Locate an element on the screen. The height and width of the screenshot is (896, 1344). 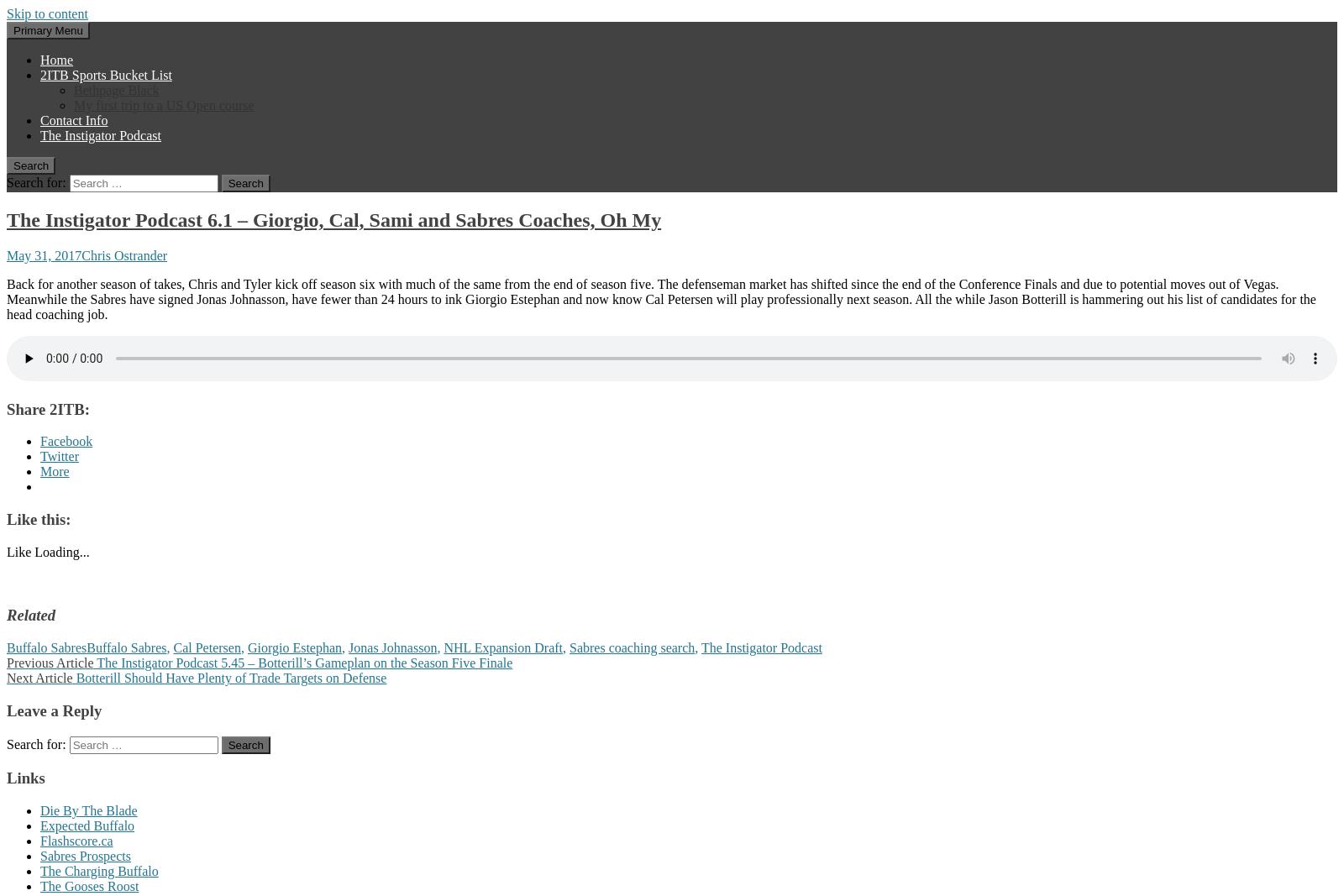
'Primary Menu' is located at coordinates (13, 29).